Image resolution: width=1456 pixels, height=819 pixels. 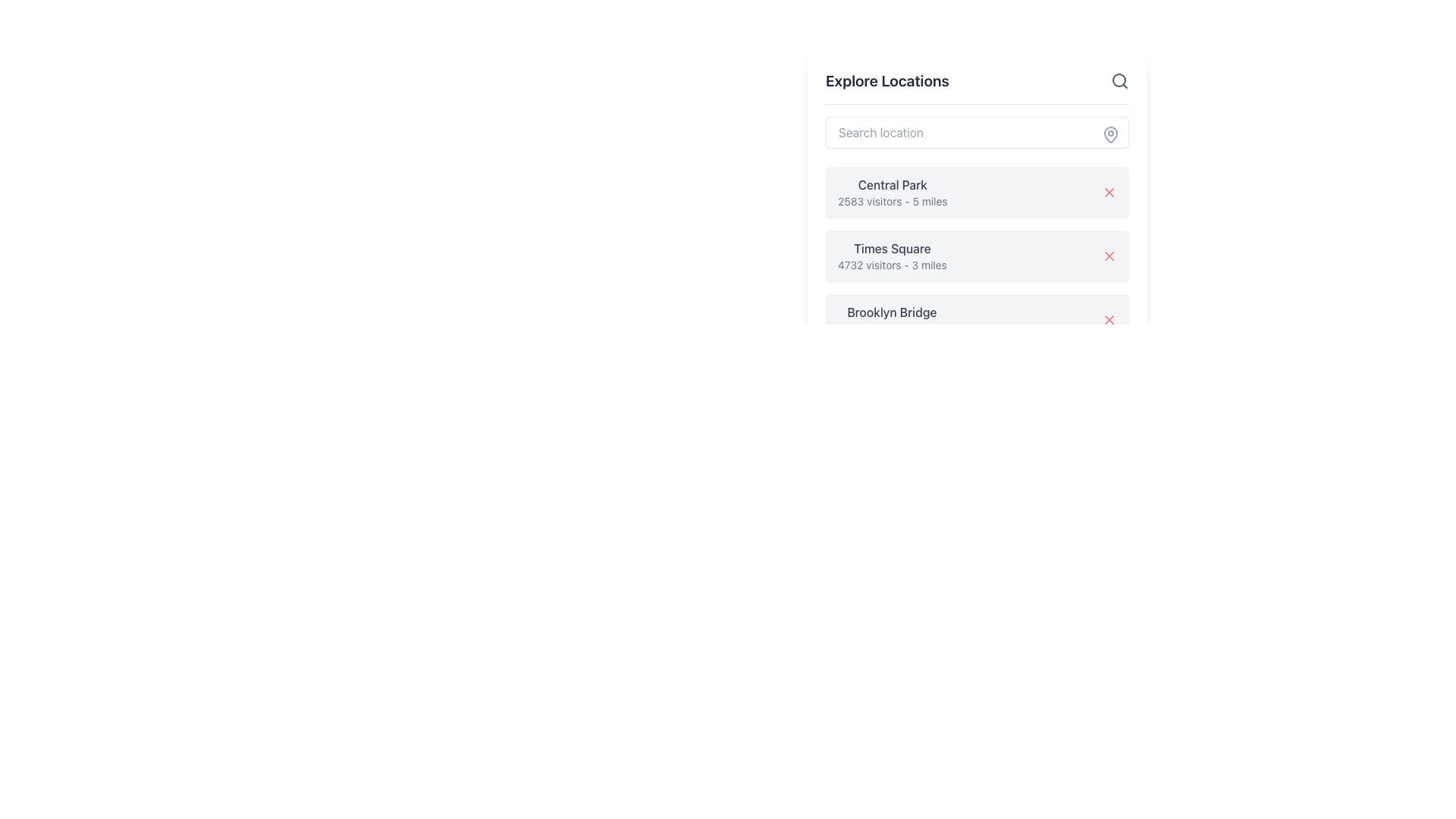 What do you see at coordinates (1109, 318) in the screenshot?
I see `the red 'X' icon button located on the far right of the 'Brooklyn Bridge' entry` at bounding box center [1109, 318].